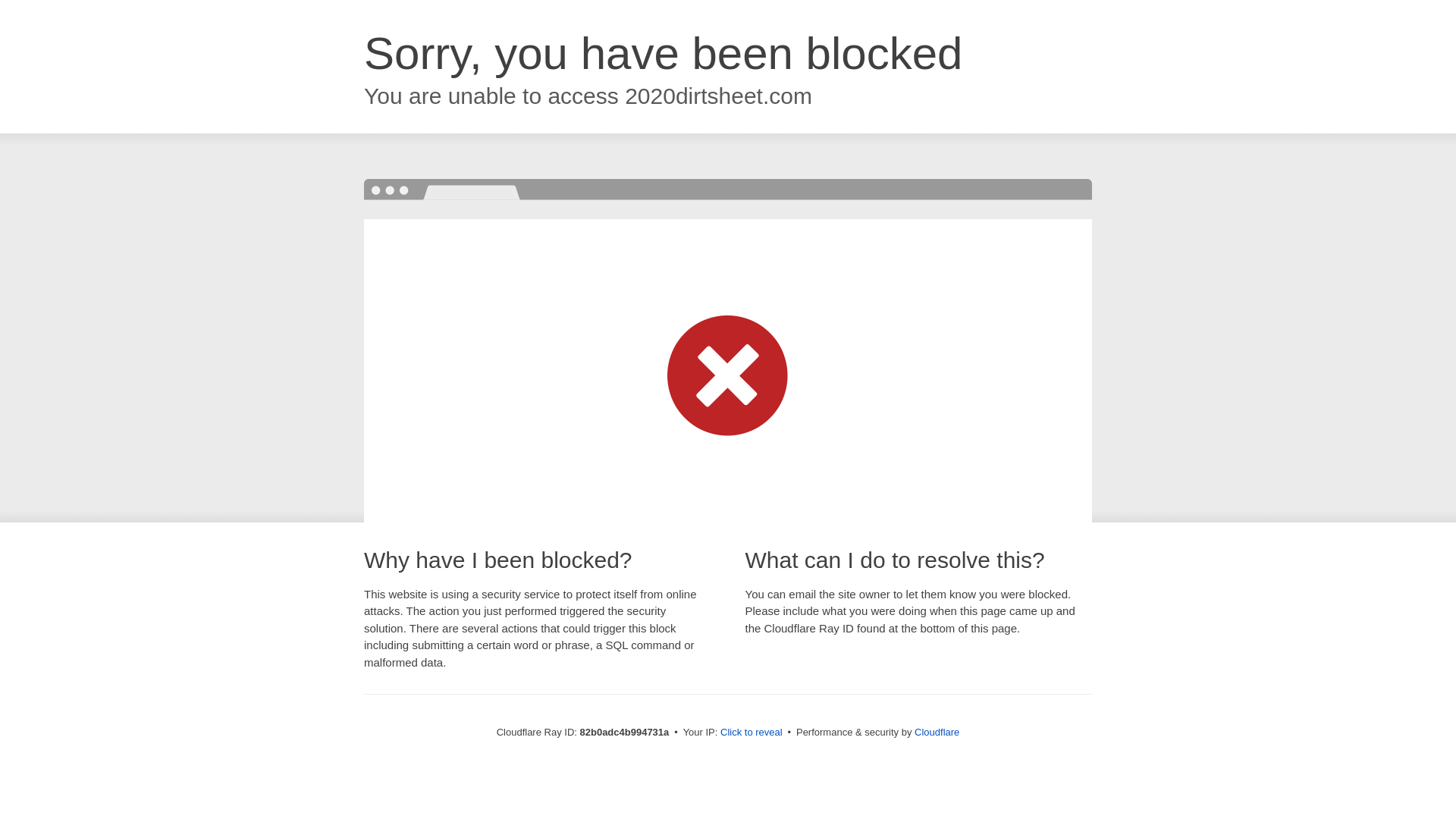 The width and height of the screenshot is (1456, 819). What do you see at coordinates (913, 731) in the screenshot?
I see `'Cloudflare'` at bounding box center [913, 731].